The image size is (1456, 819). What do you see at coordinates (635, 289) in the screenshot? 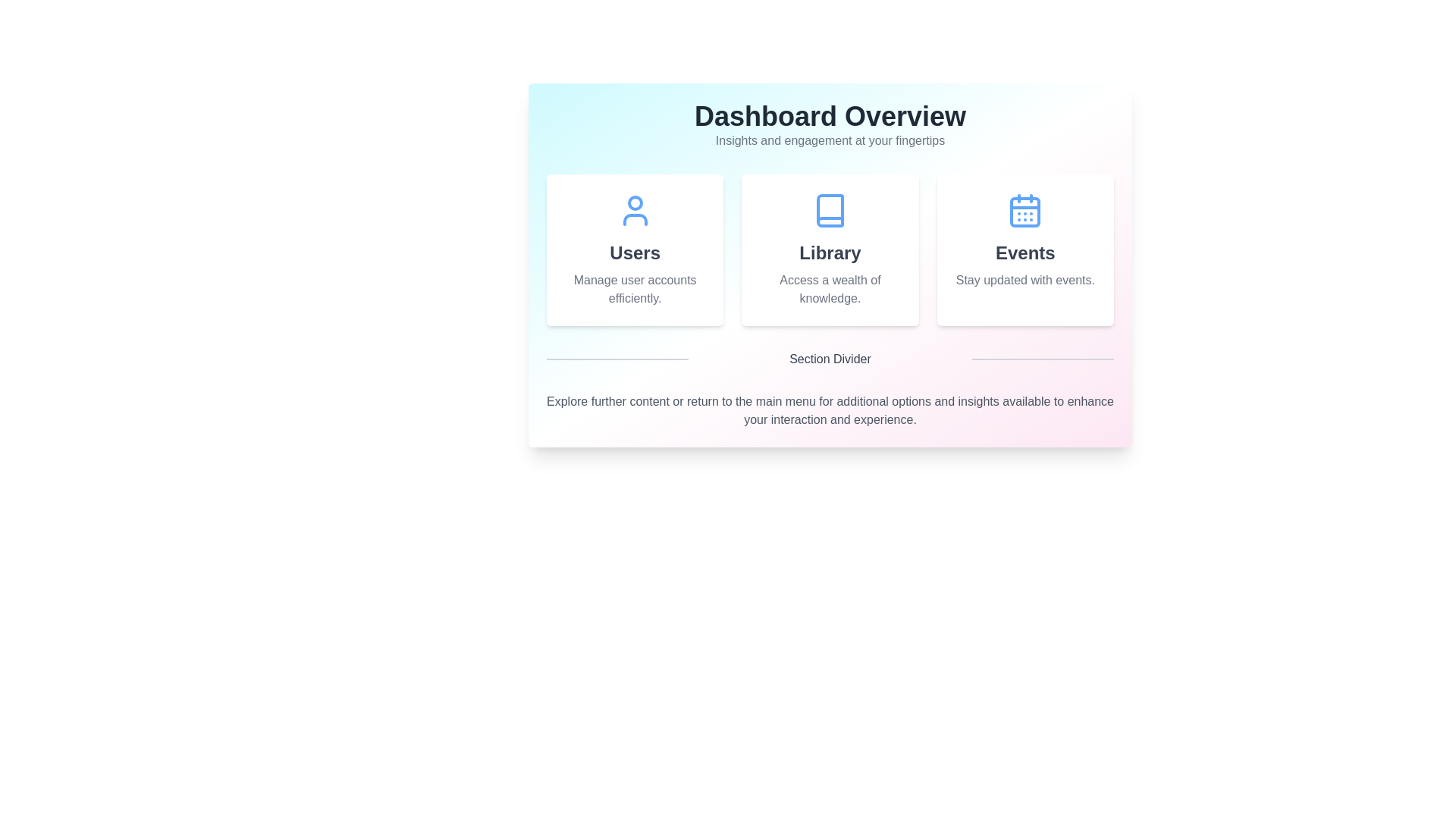
I see `the light gray text label 'Manage user accounts efficiently.' located beneath the title 'Users' within the 'Users' card` at bounding box center [635, 289].